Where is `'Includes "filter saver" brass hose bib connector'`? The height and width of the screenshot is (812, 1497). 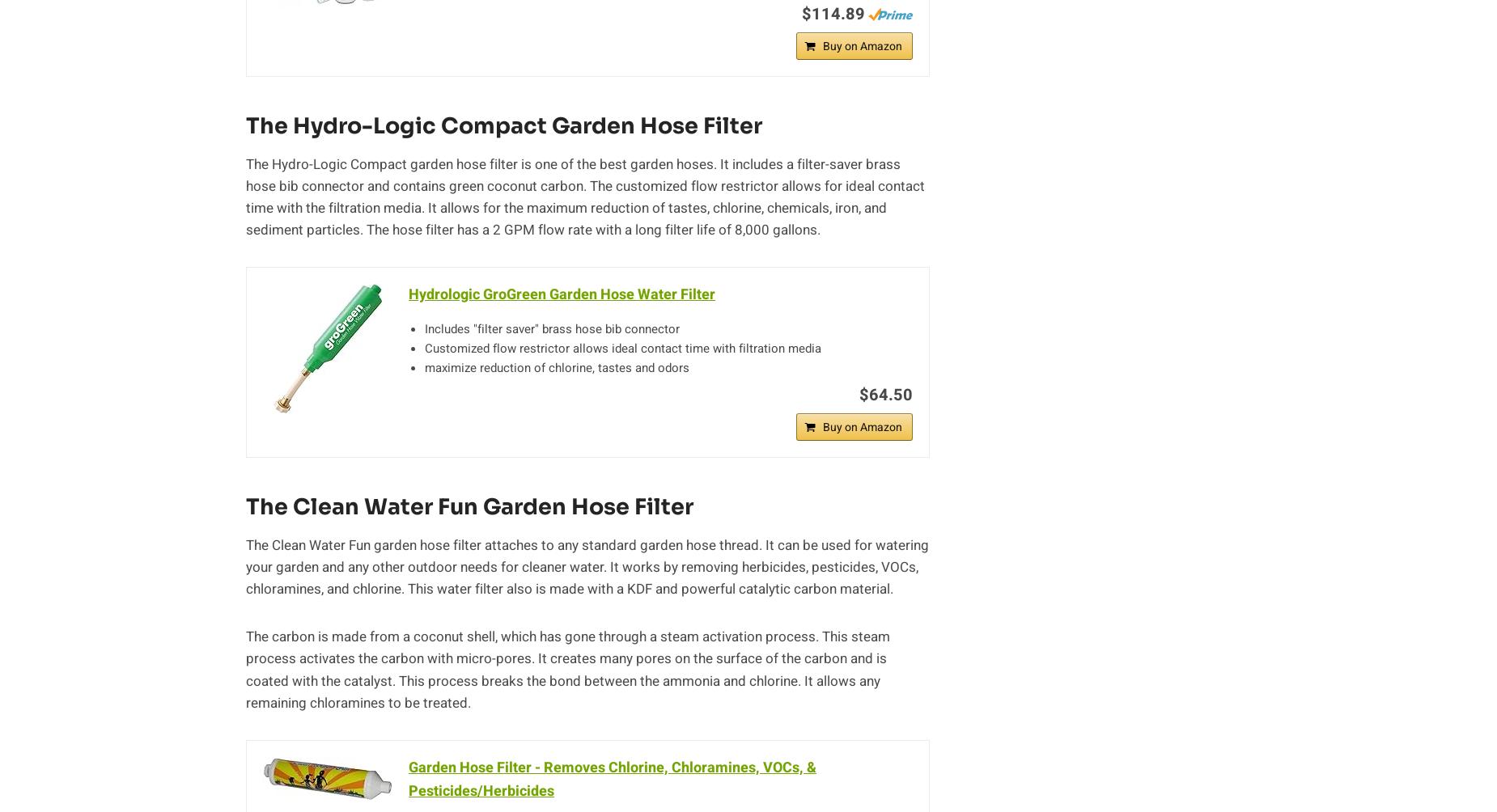
'Includes "filter saver" brass hose bib connector' is located at coordinates (552, 328).